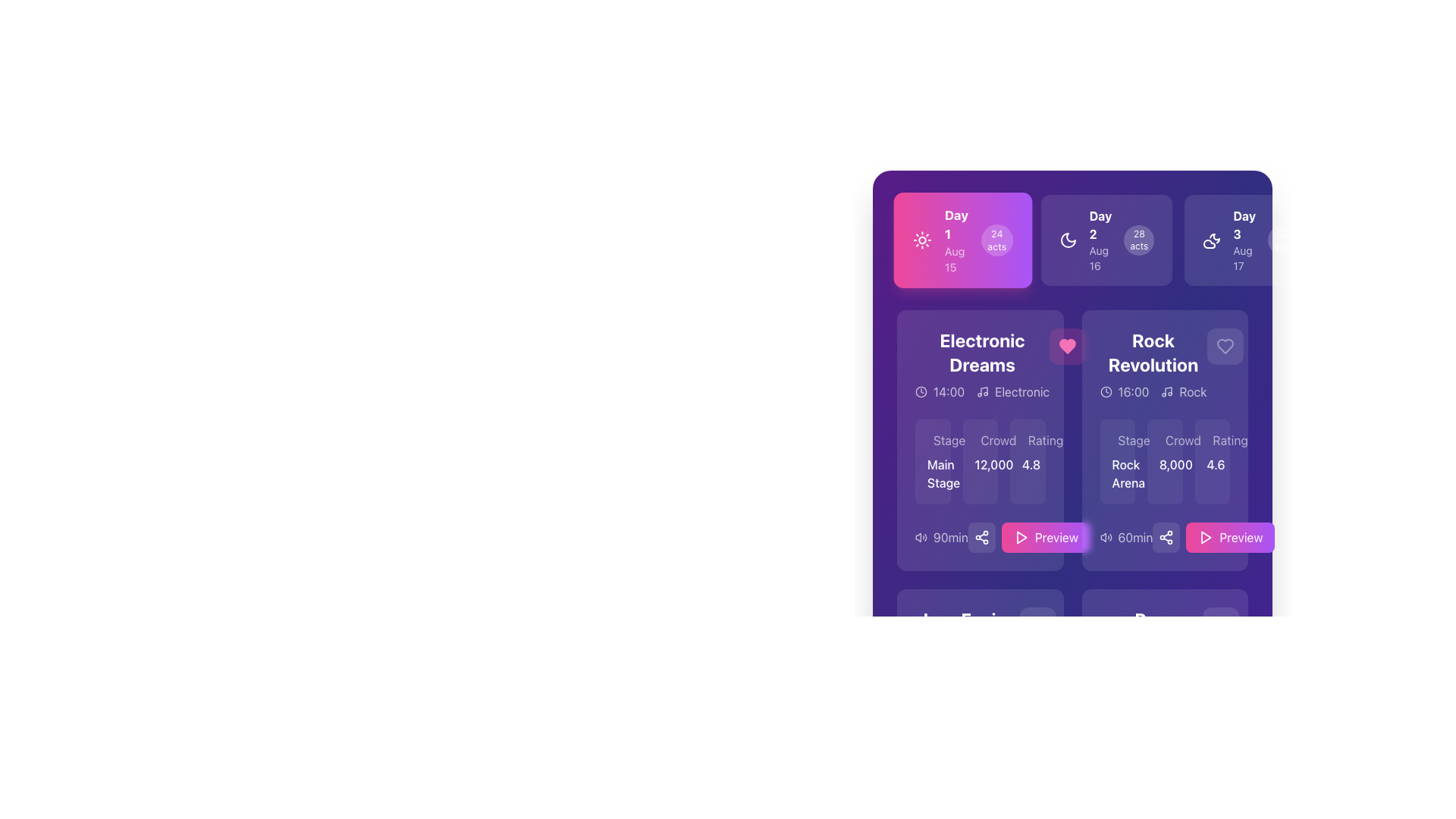 The image size is (1456, 819). I want to click on crowd size information displayed in the text element located in the second column of the event card for 'Rock Revolution', so click(1164, 461).